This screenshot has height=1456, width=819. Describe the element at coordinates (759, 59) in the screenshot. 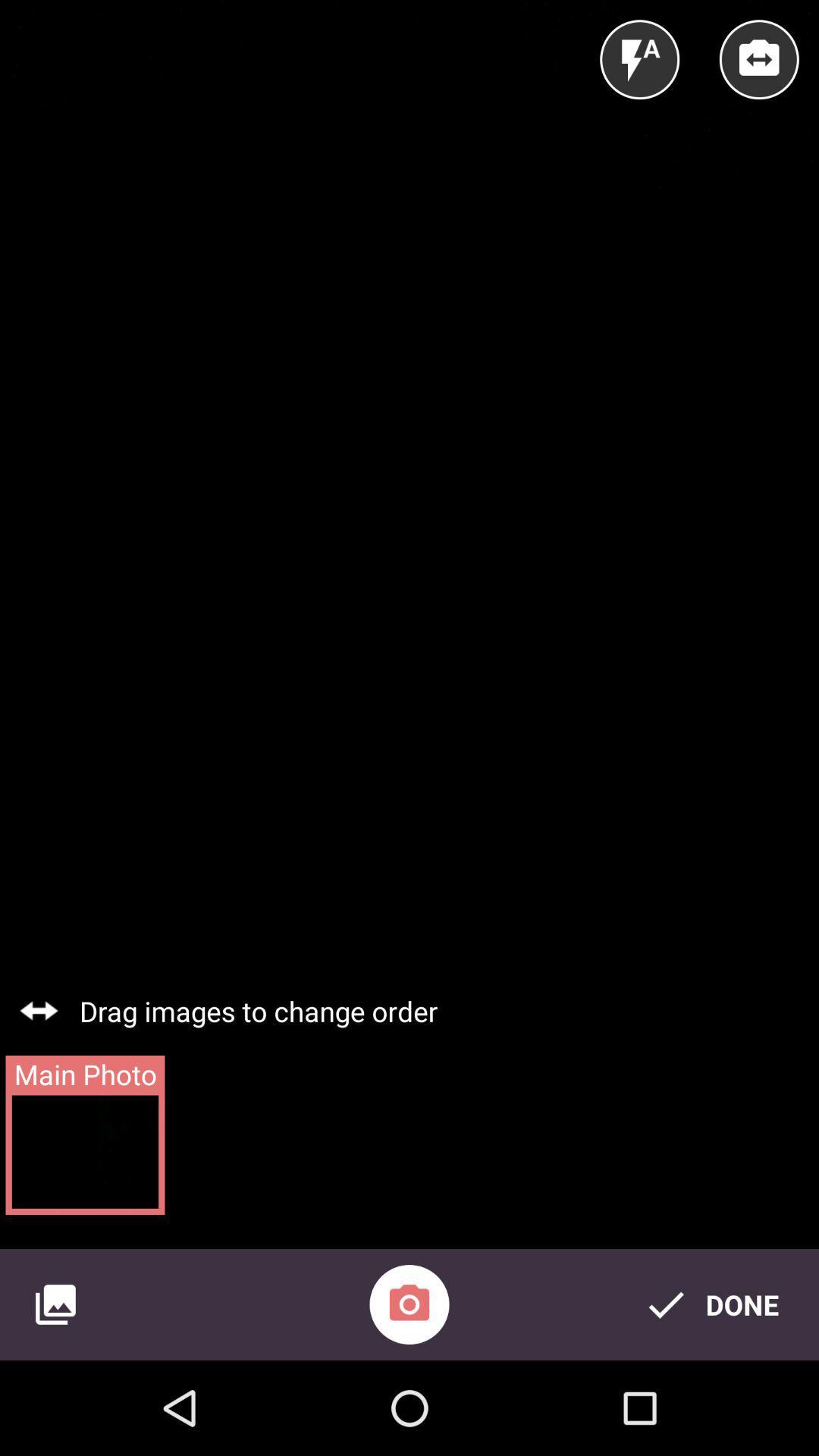

I see `the icon above the drag images to icon` at that location.